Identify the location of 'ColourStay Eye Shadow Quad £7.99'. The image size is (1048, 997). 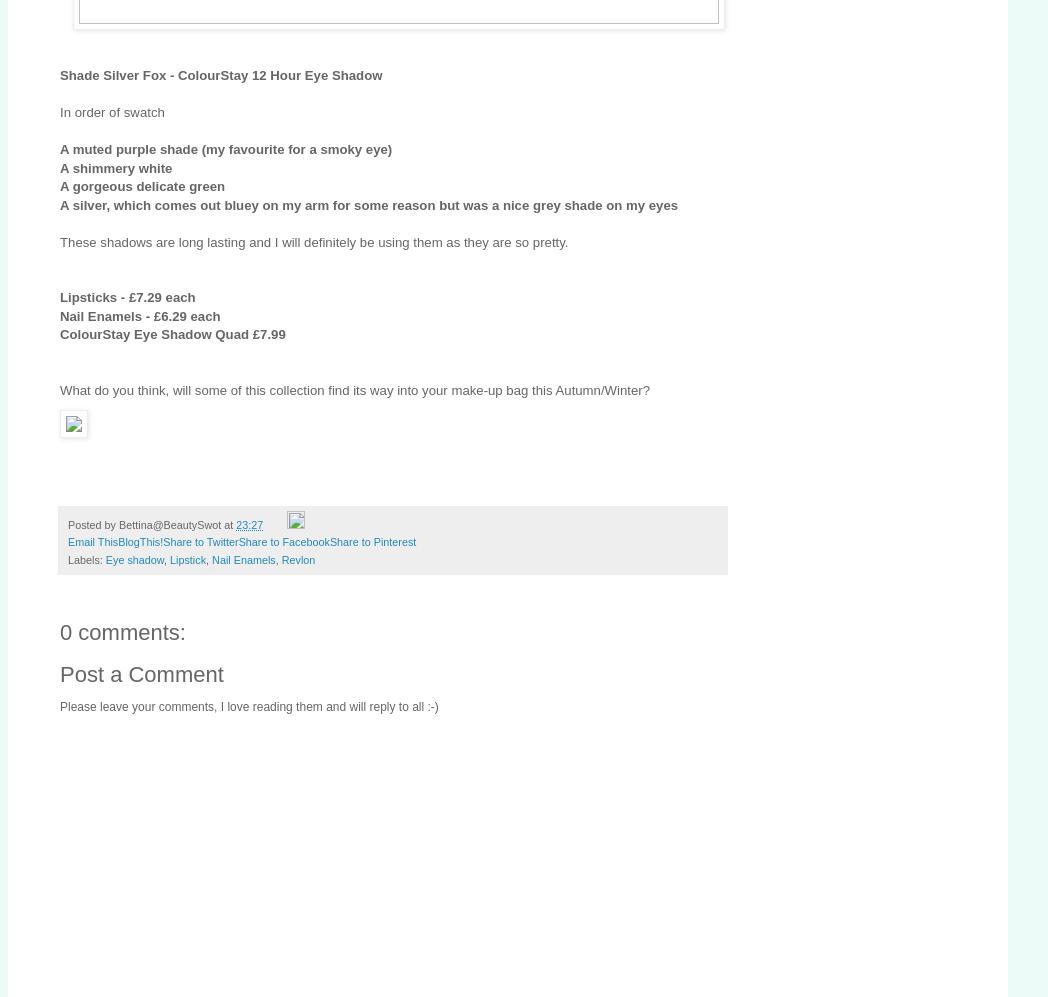
(172, 333).